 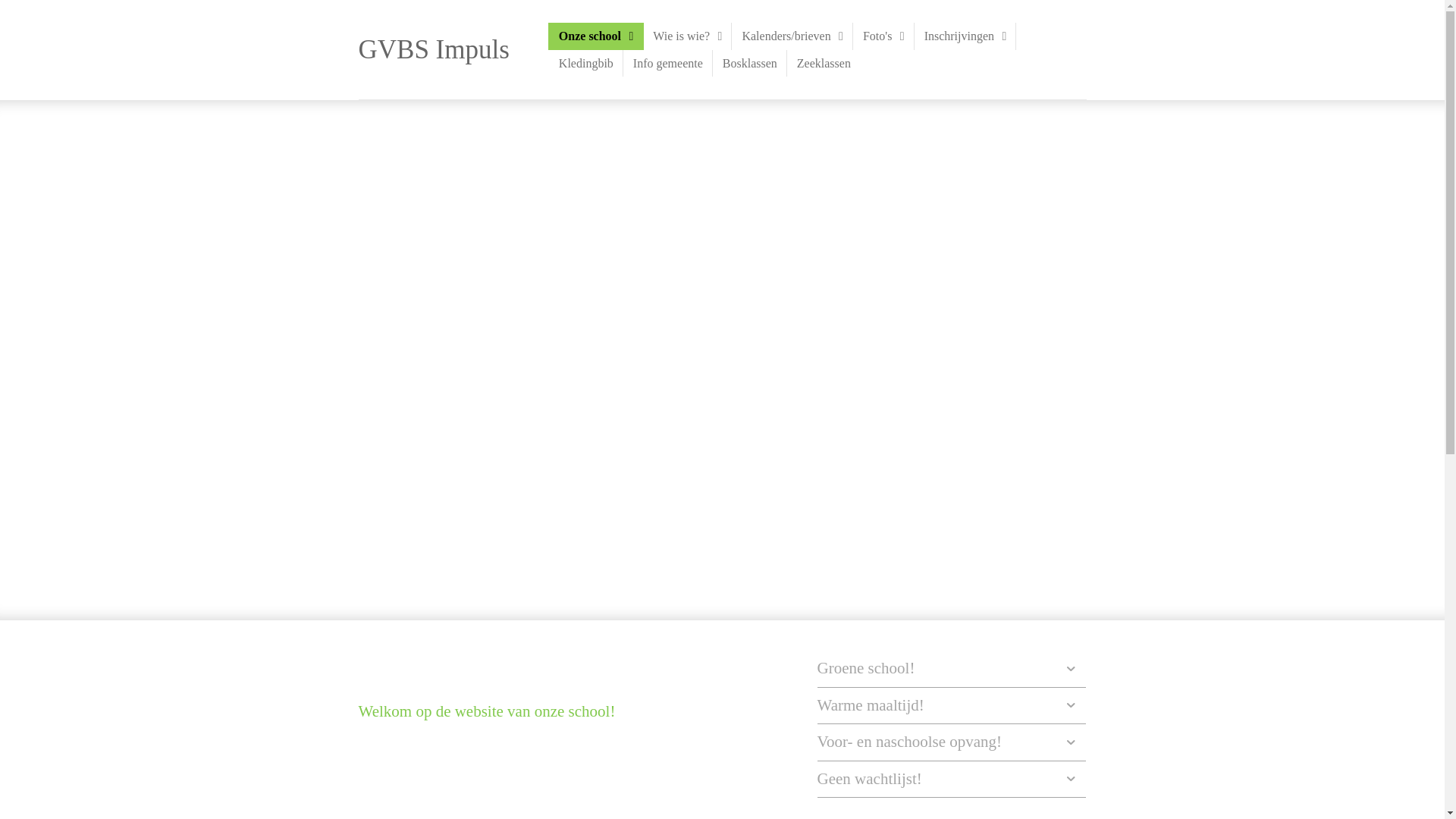 I want to click on 'Onze school', so click(x=595, y=35).